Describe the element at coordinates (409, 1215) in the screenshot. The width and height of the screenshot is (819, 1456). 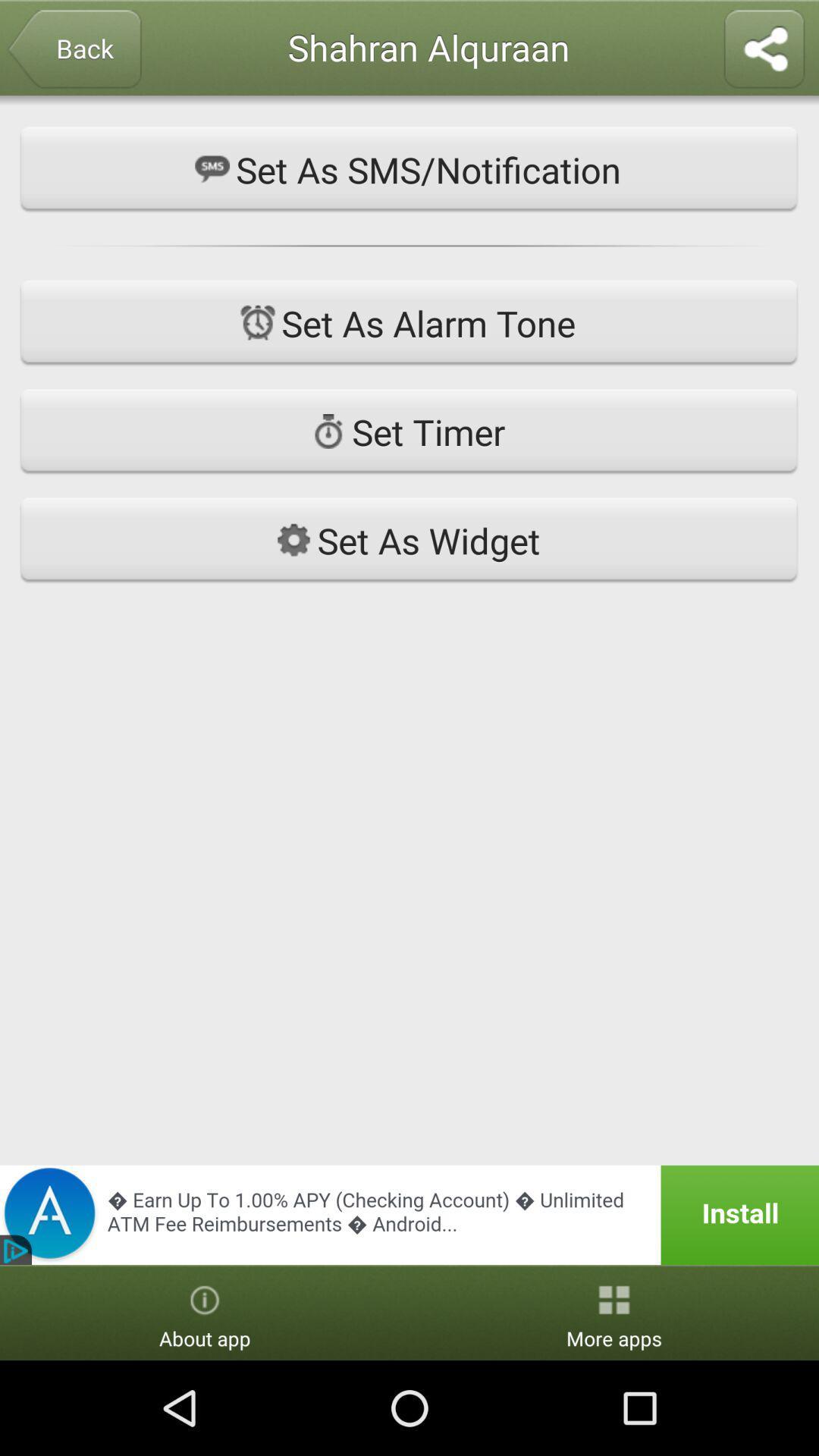
I see `install app from advertisement` at that location.